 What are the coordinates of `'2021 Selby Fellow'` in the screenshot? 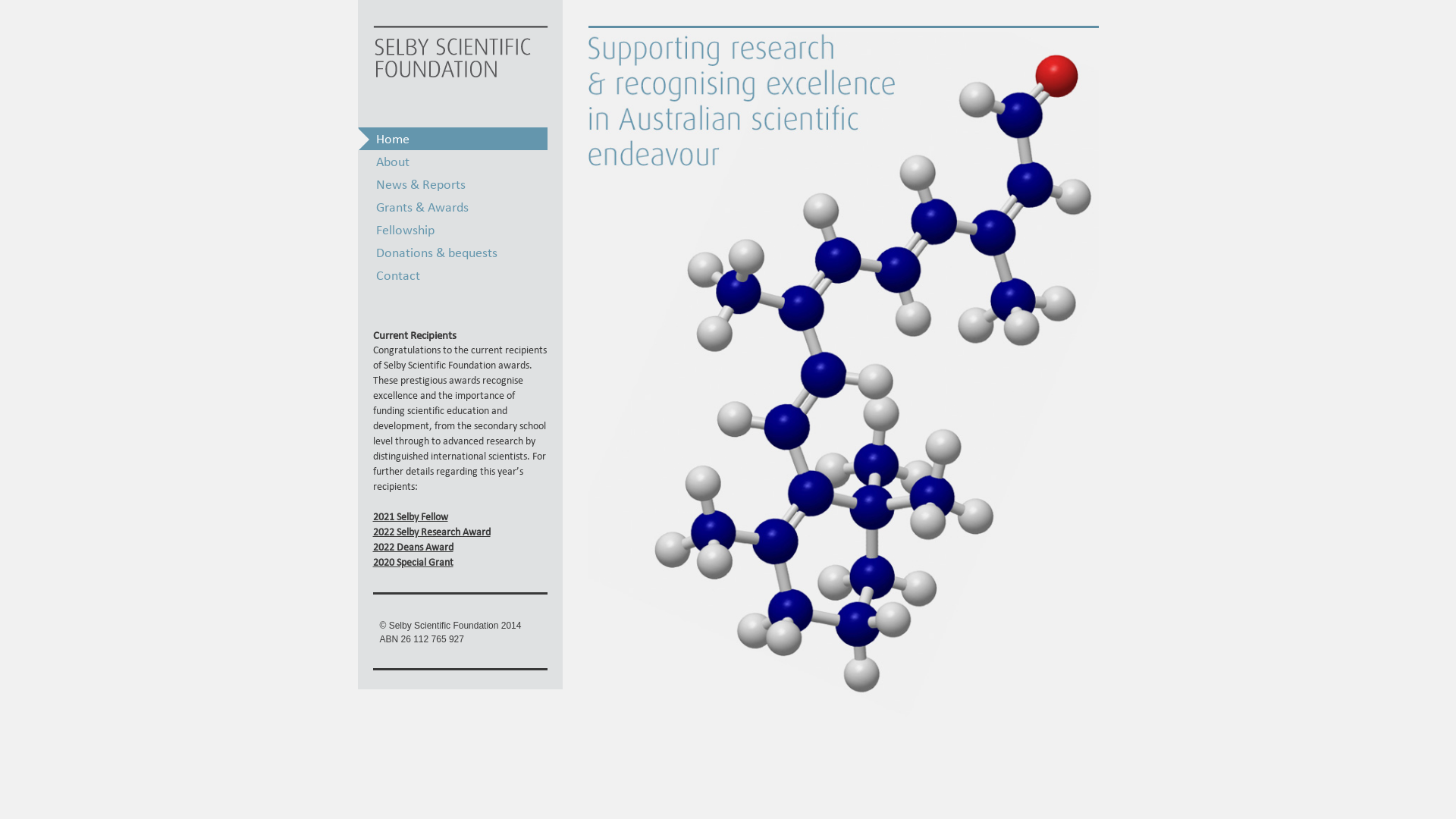 It's located at (459, 516).